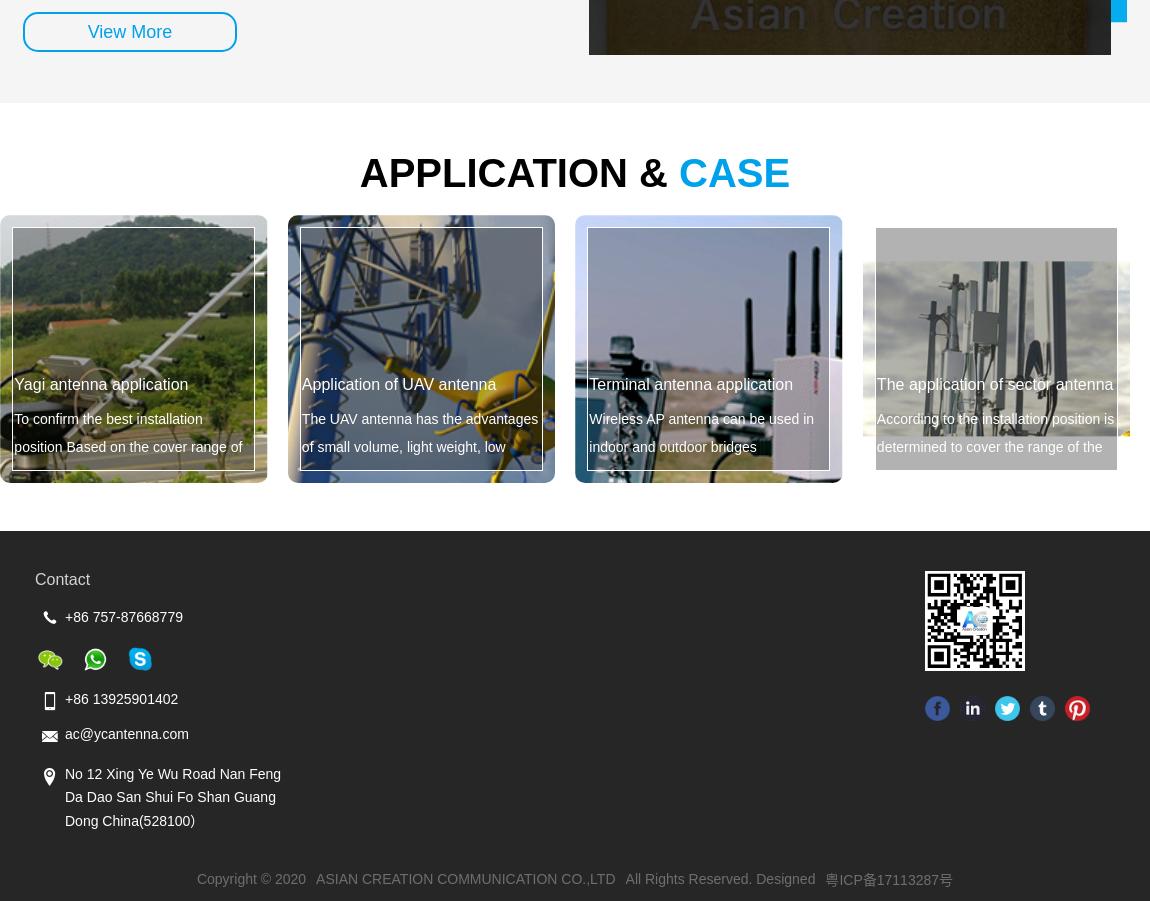  Describe the element at coordinates (122, 616) in the screenshot. I see `'+86 757-87668779'` at that location.